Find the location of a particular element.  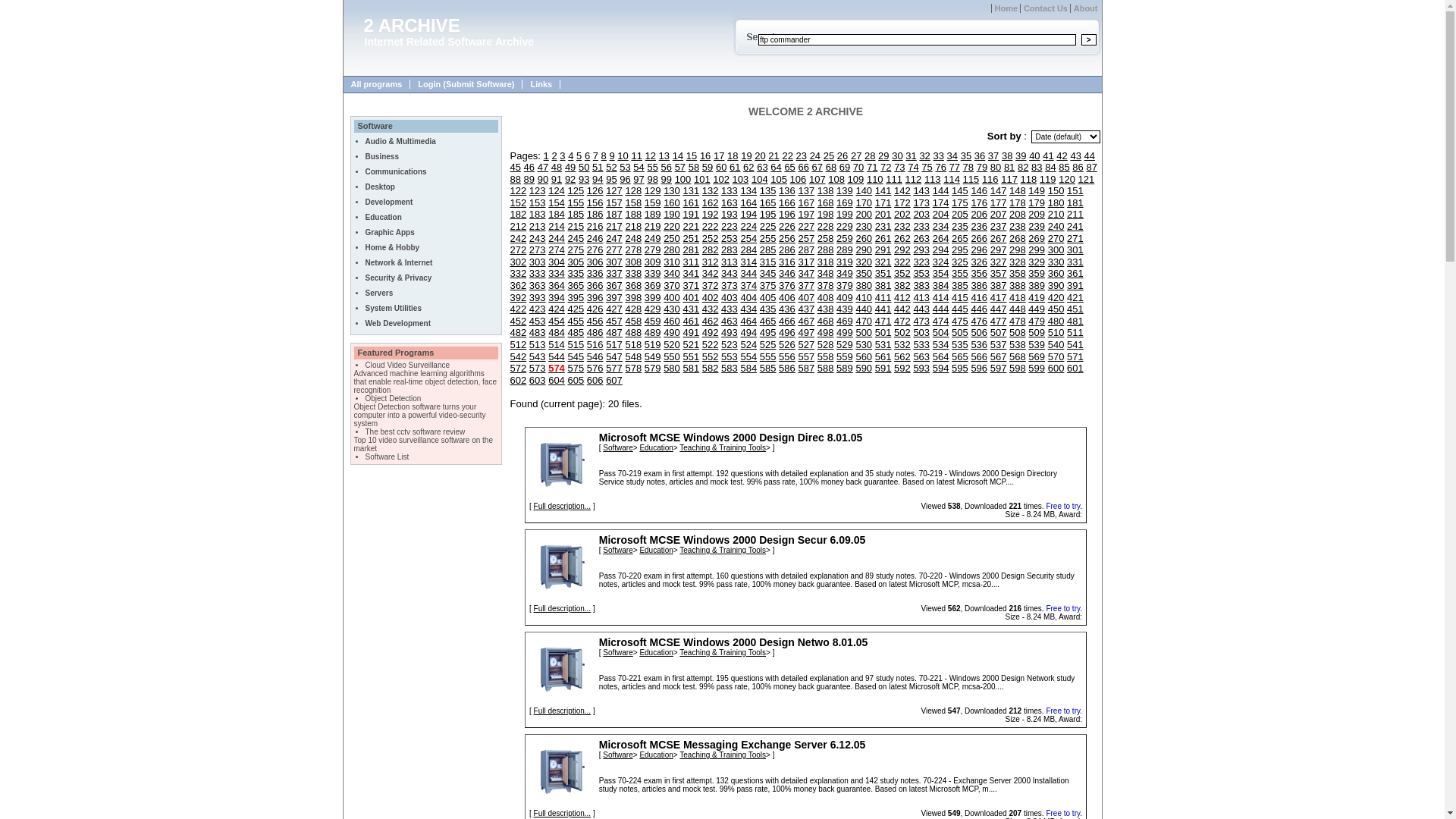

'317' is located at coordinates (796, 261).